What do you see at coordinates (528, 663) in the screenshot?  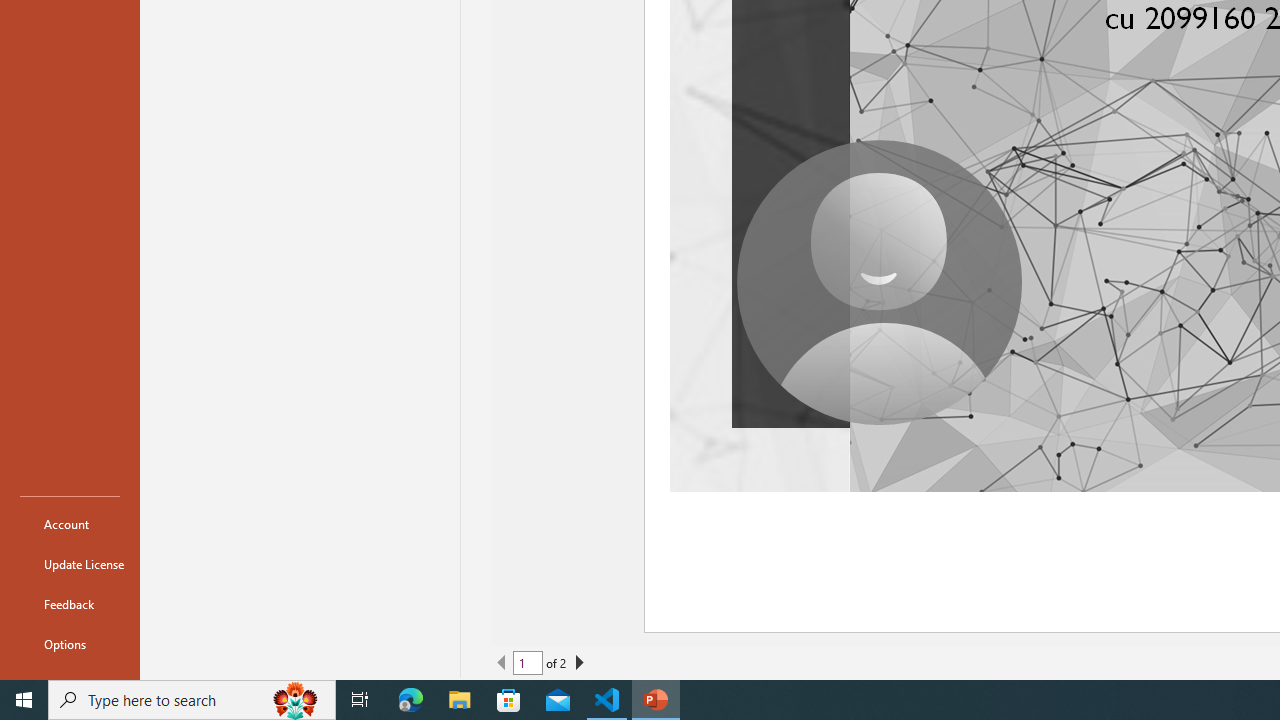 I see `'Current Page'` at bounding box center [528, 663].